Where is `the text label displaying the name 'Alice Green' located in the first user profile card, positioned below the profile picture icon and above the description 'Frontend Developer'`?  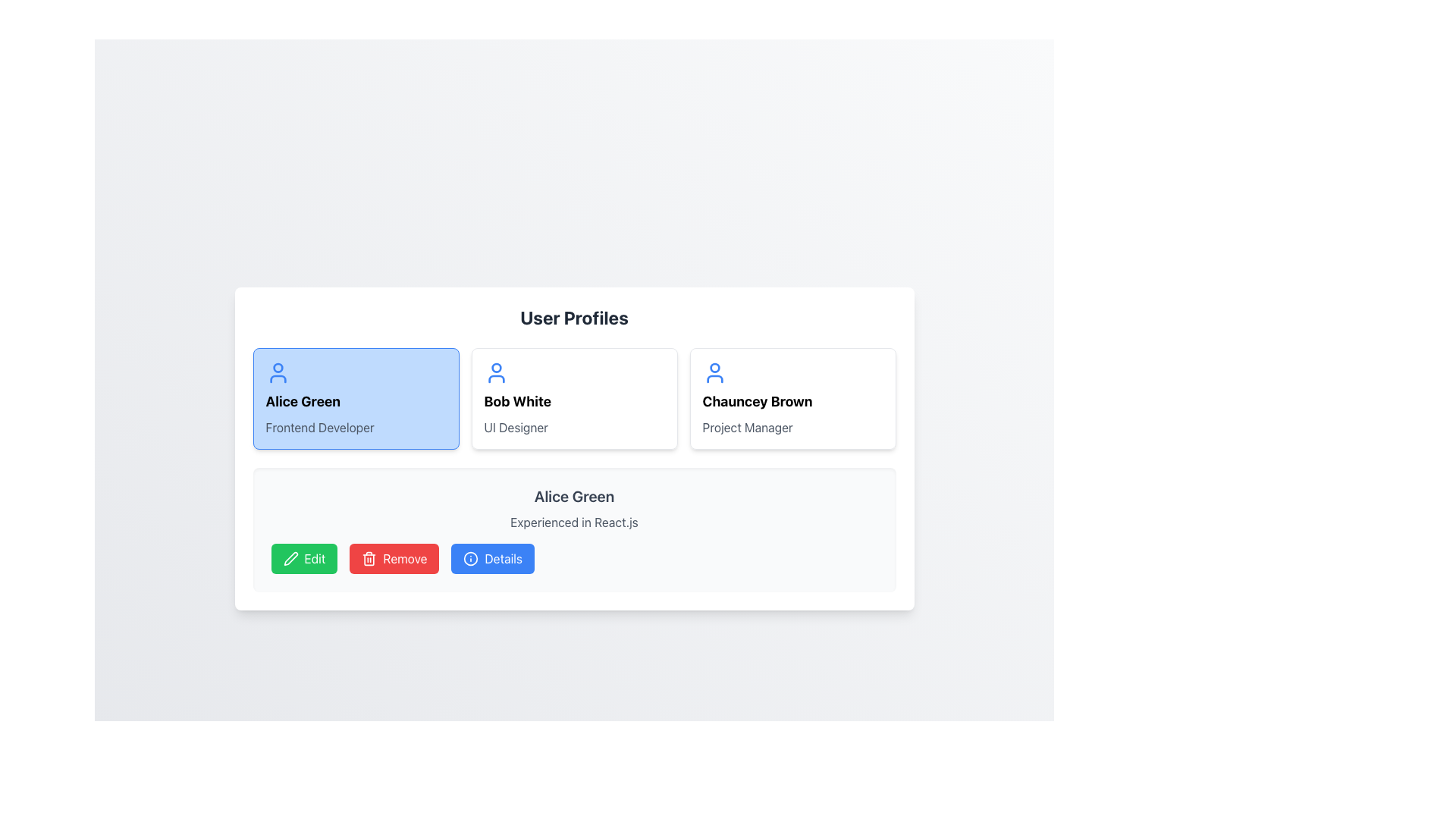 the text label displaying the name 'Alice Green' located in the first user profile card, positioned below the profile picture icon and above the description 'Frontend Developer' is located at coordinates (303, 400).